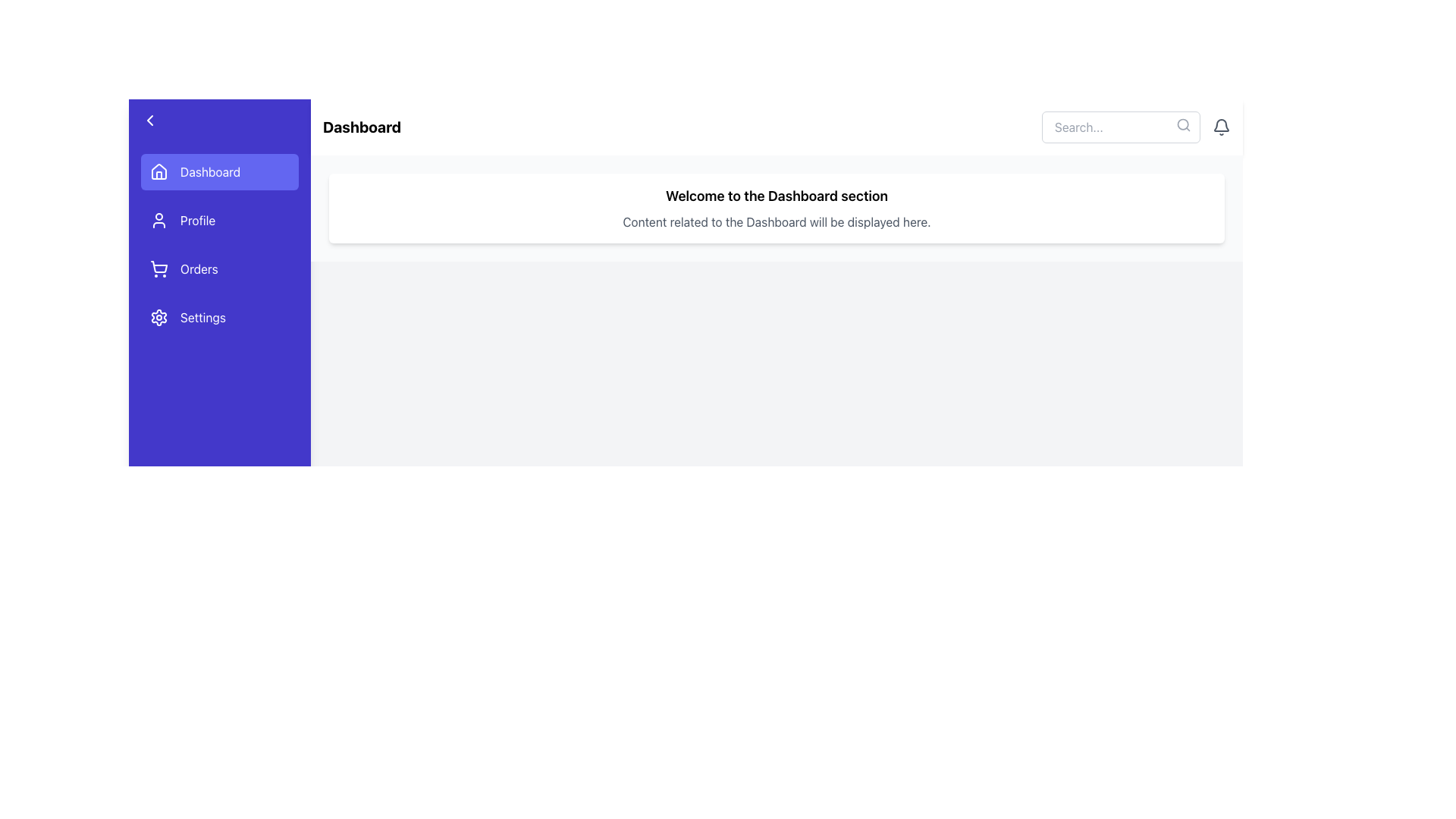 The width and height of the screenshot is (1456, 819). What do you see at coordinates (209, 171) in the screenshot?
I see `the 'Dashboard' text label in the sidebar navigation menu, which is displayed in white font on a purple background` at bounding box center [209, 171].